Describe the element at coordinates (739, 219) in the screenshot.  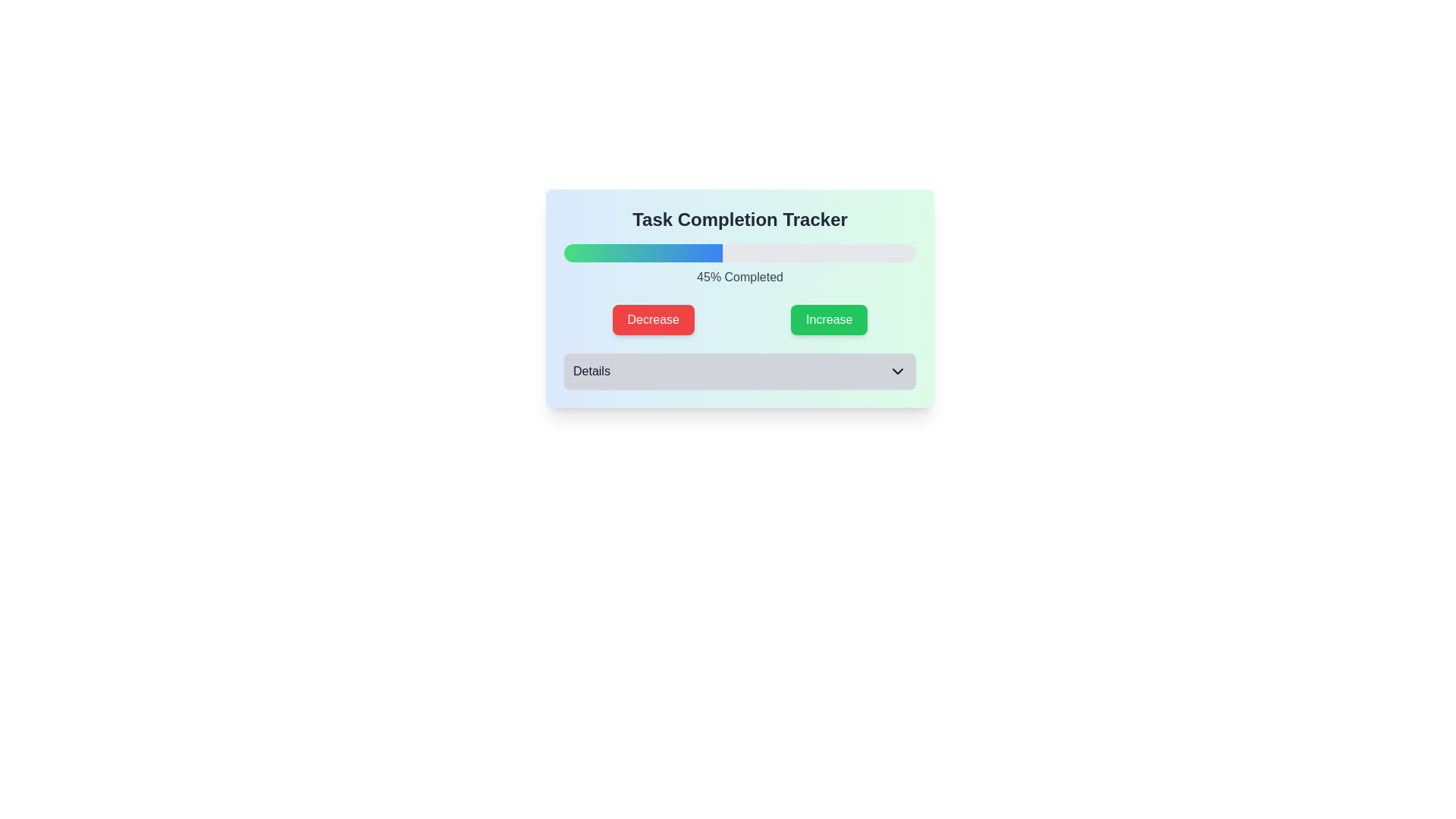
I see `the main header text that serves as the title for the surrounding content, located at the top of its section` at that location.